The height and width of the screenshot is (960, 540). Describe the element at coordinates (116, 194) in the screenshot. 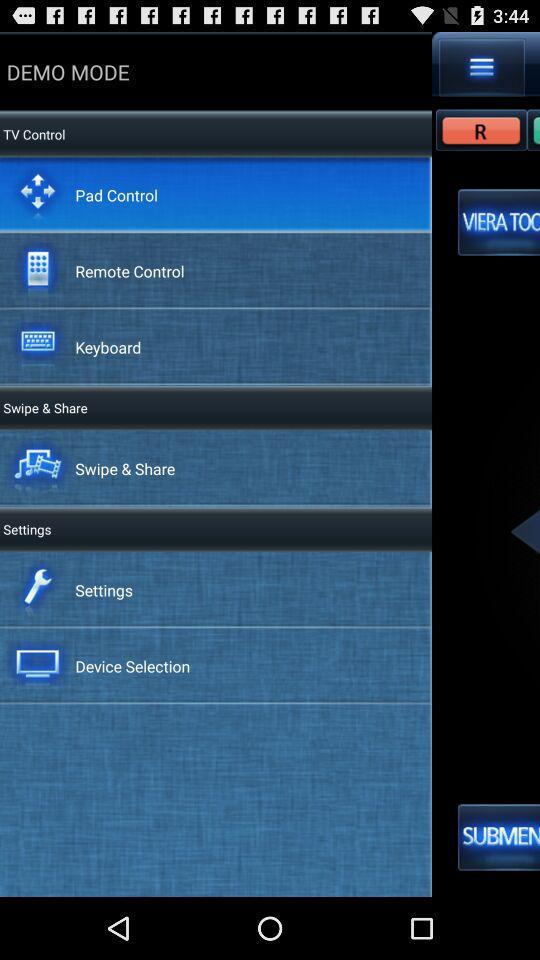

I see `pad control app` at that location.